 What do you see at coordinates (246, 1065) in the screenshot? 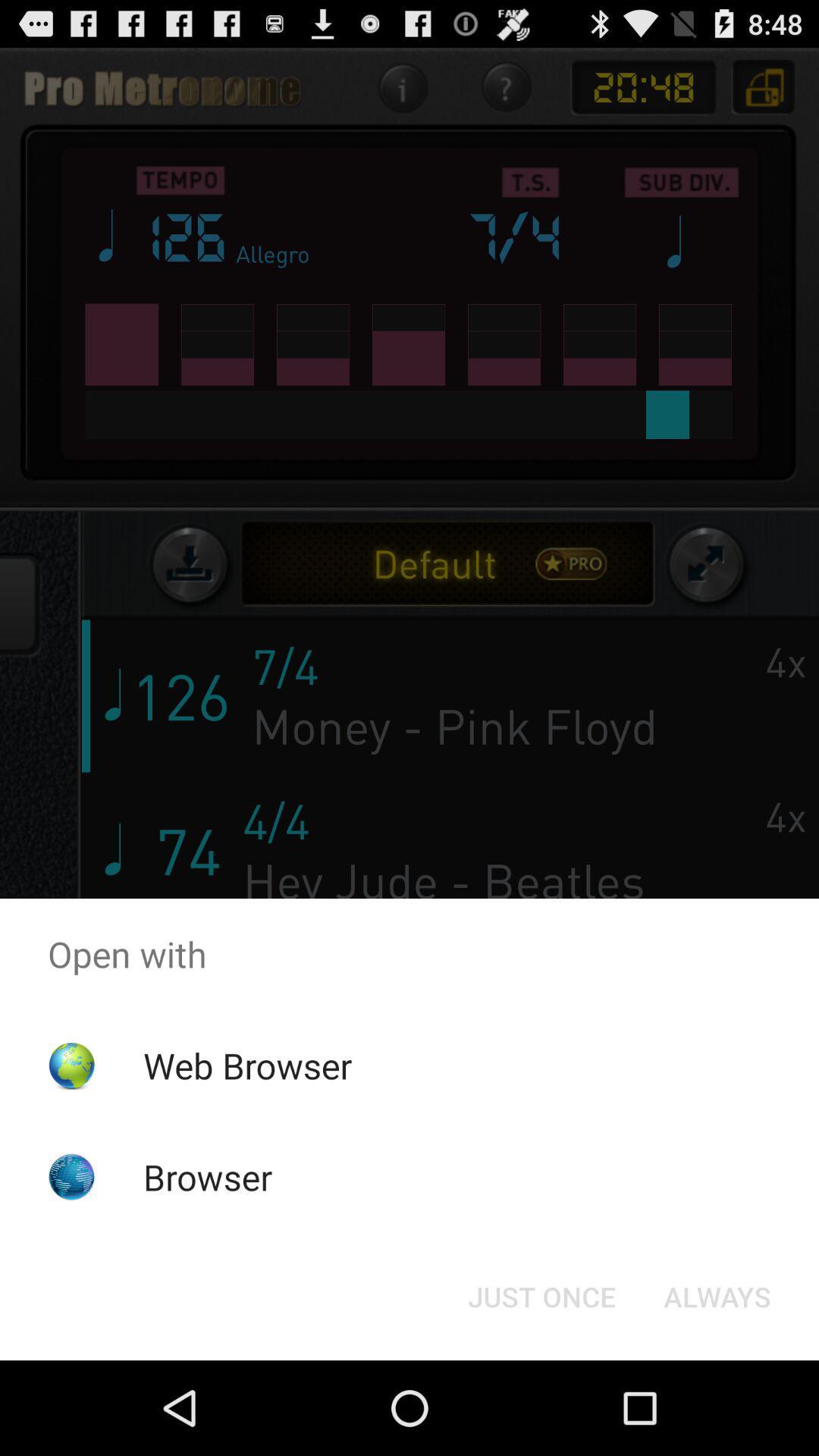
I see `web browser icon` at bounding box center [246, 1065].